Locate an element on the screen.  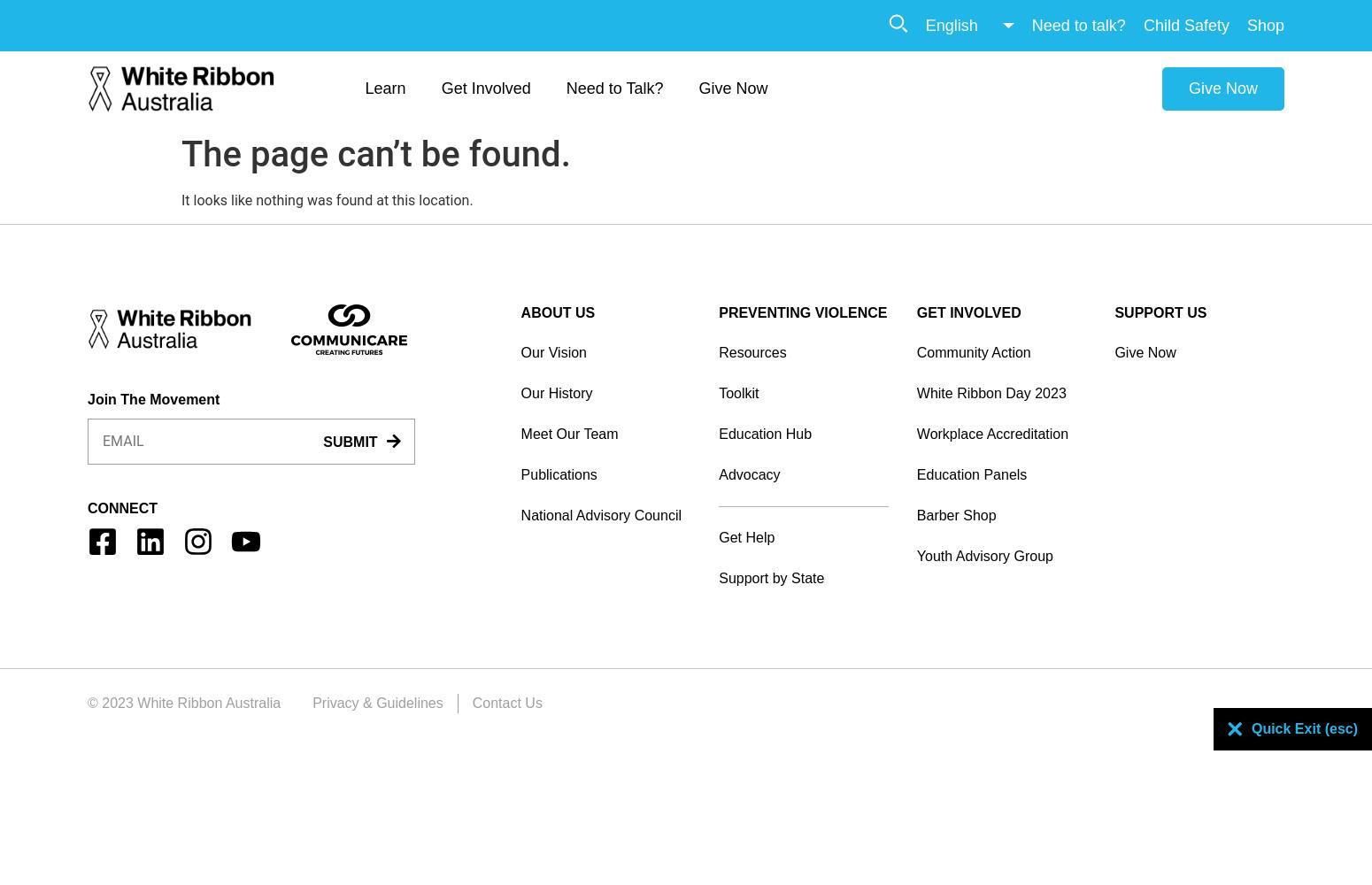
'Contact Us' is located at coordinates (471, 702).